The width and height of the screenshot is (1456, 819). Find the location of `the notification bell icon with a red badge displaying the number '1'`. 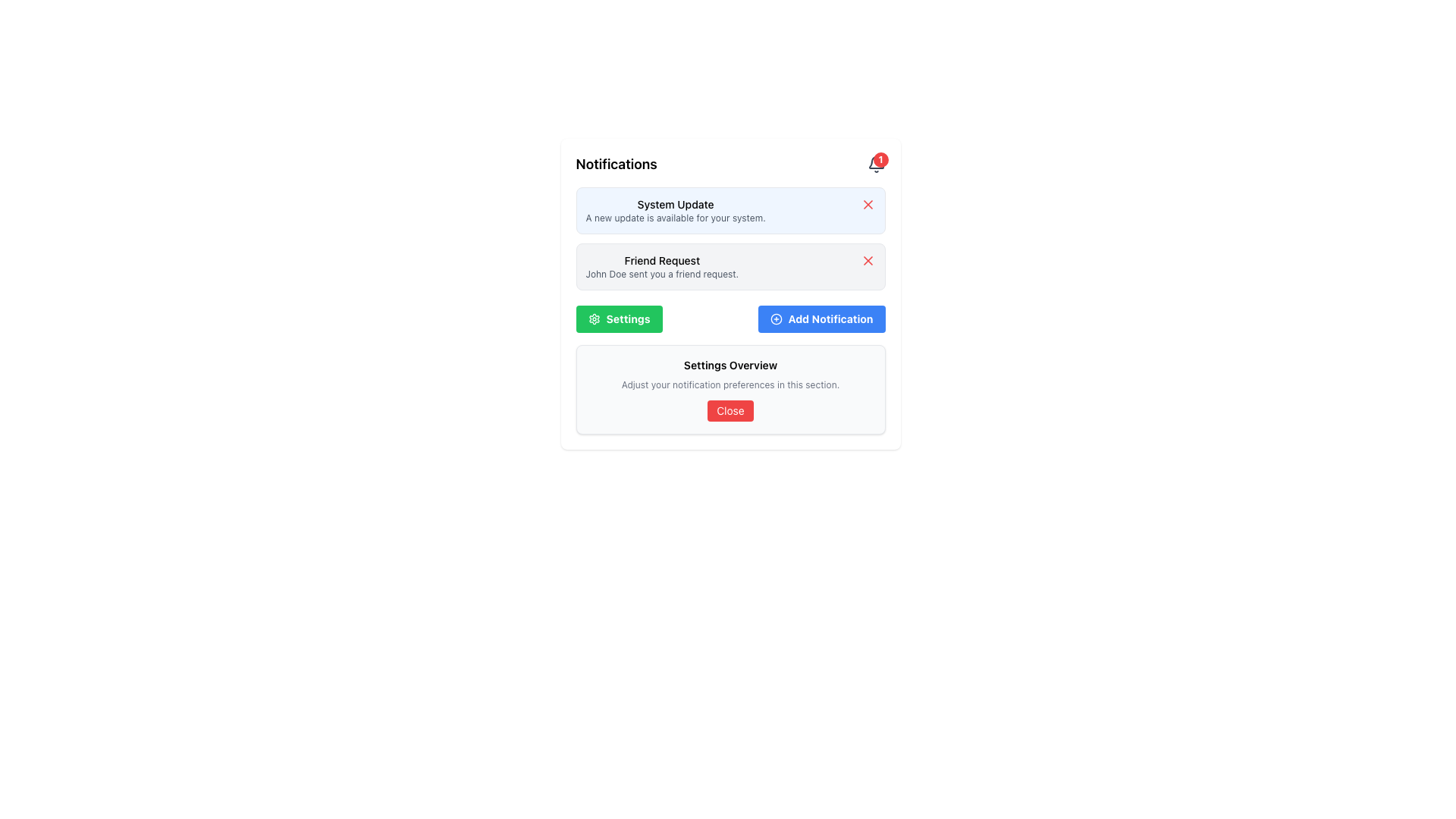

the notification bell icon with a red badge displaying the number '1' is located at coordinates (876, 164).